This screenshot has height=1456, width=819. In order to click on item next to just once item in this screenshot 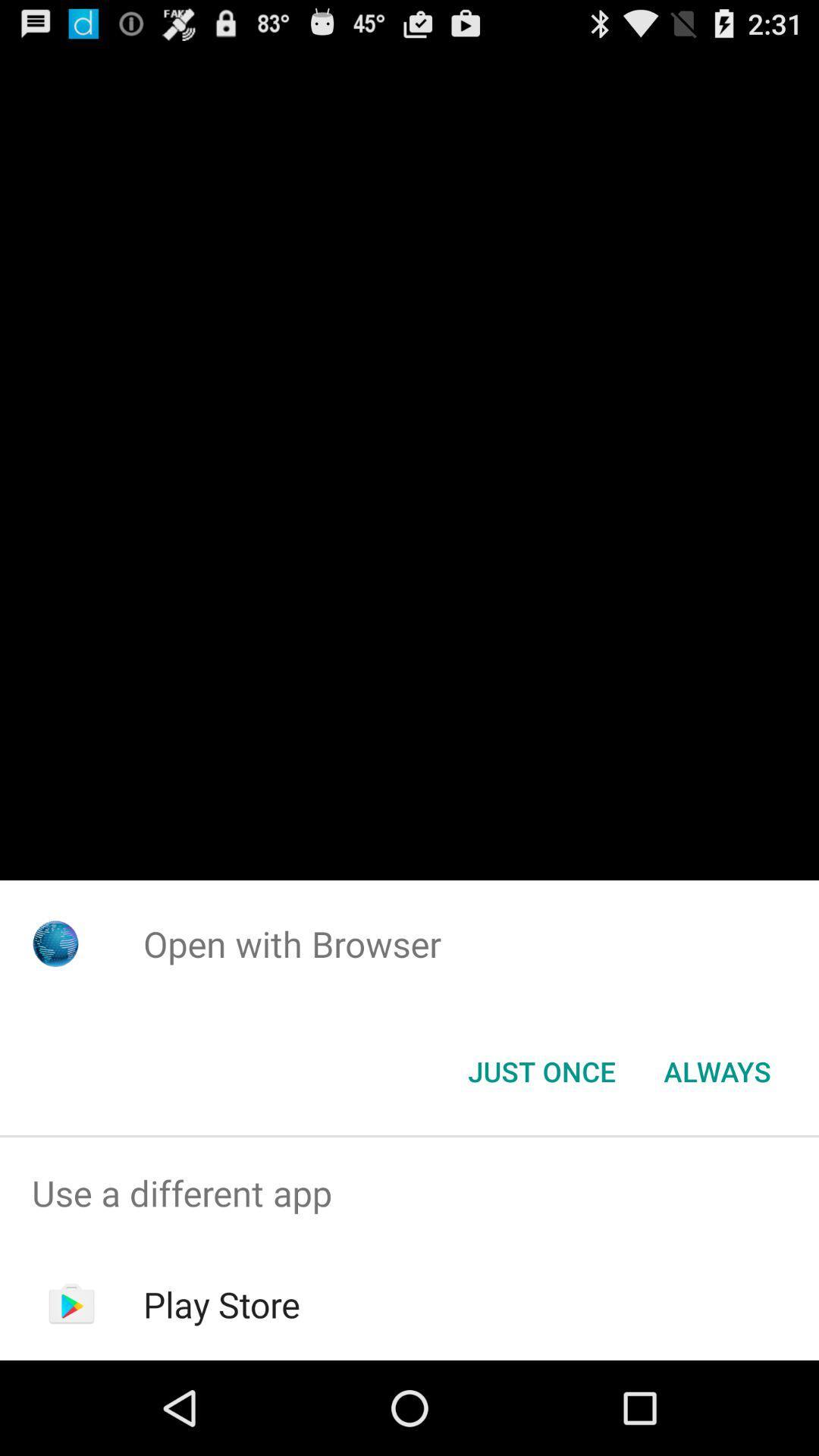, I will do `click(717, 1070)`.